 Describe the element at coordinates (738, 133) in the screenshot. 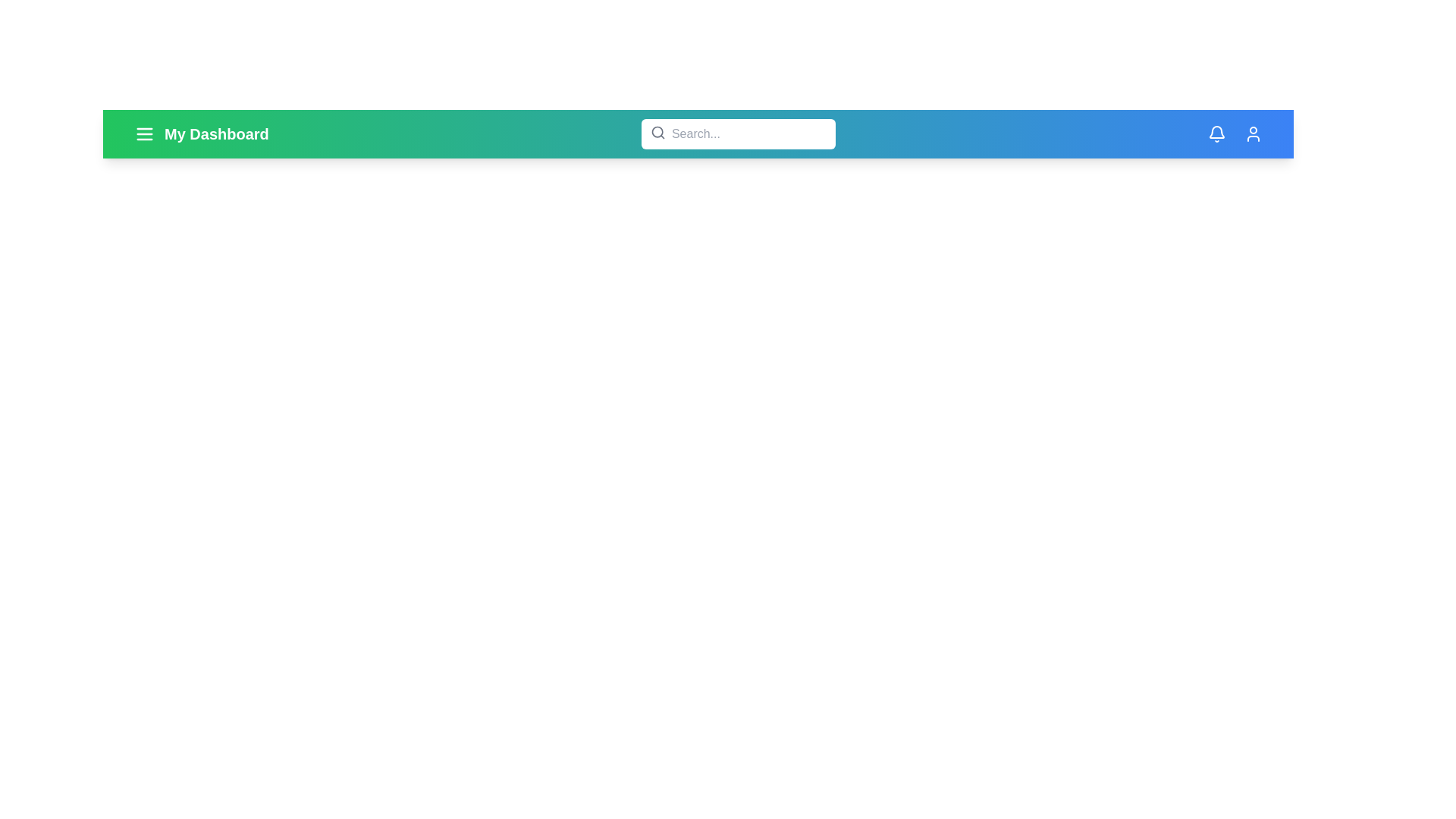

I see `the search bar and type the keyword 'example'` at that location.